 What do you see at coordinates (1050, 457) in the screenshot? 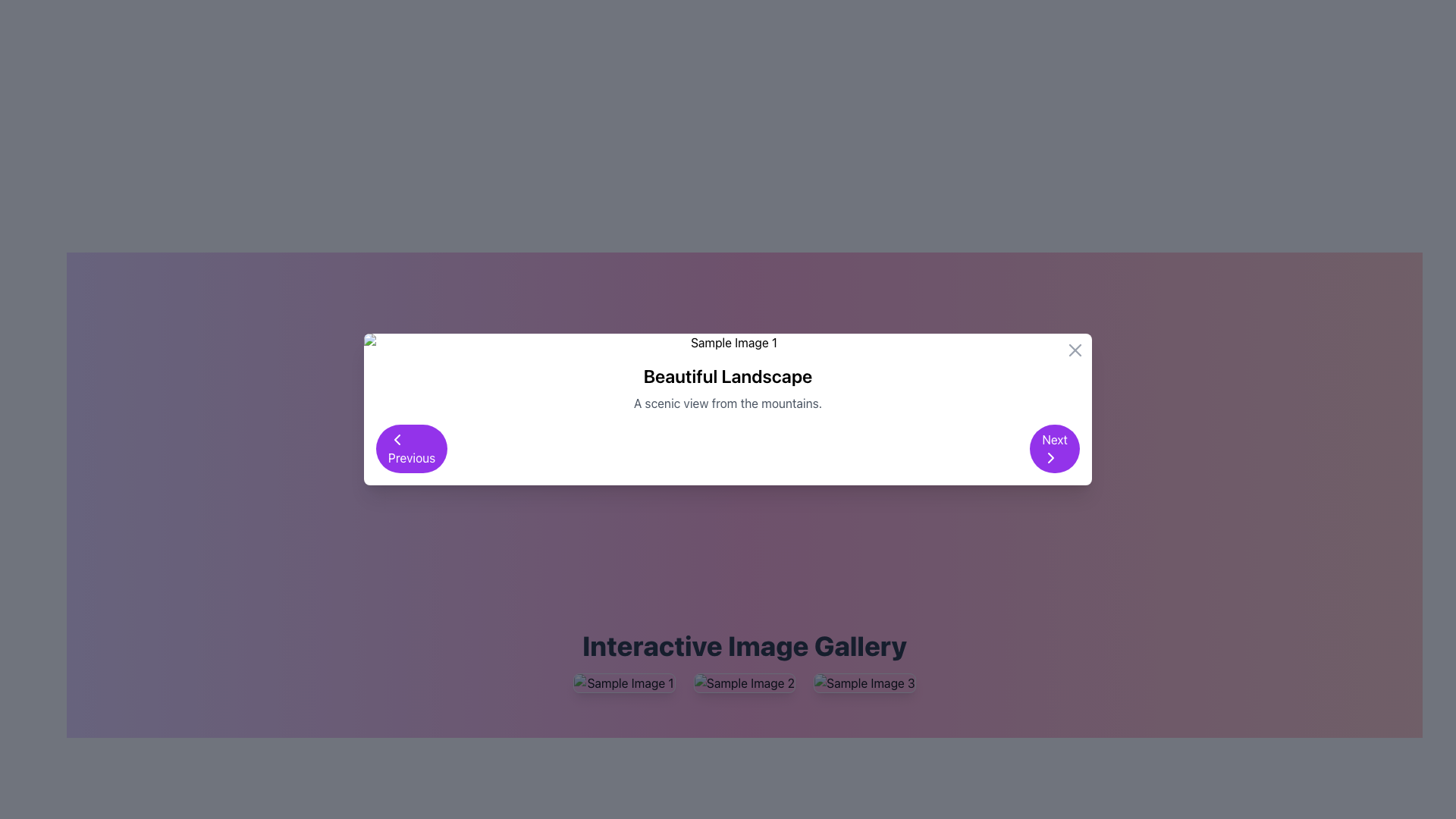
I see `the chevron icon located at the bottom right corner of the 'Next' button, which indicates progression or navigation to the next item` at bounding box center [1050, 457].